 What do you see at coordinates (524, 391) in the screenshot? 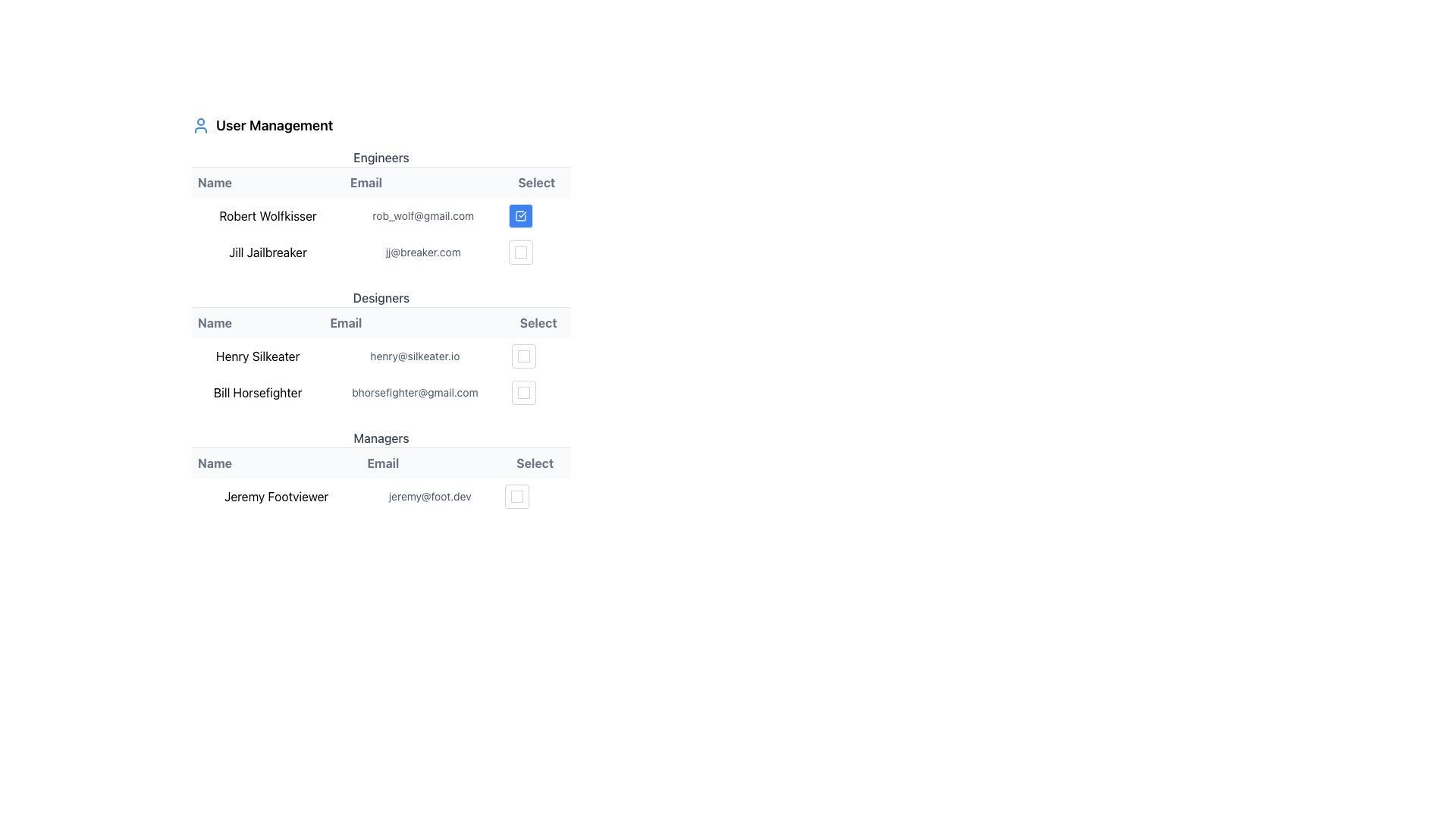
I see `the checkbox in the 'Select' column of the 'Designers' section, in the same row as the email entry for 'Bill Horsefighter'` at bounding box center [524, 391].